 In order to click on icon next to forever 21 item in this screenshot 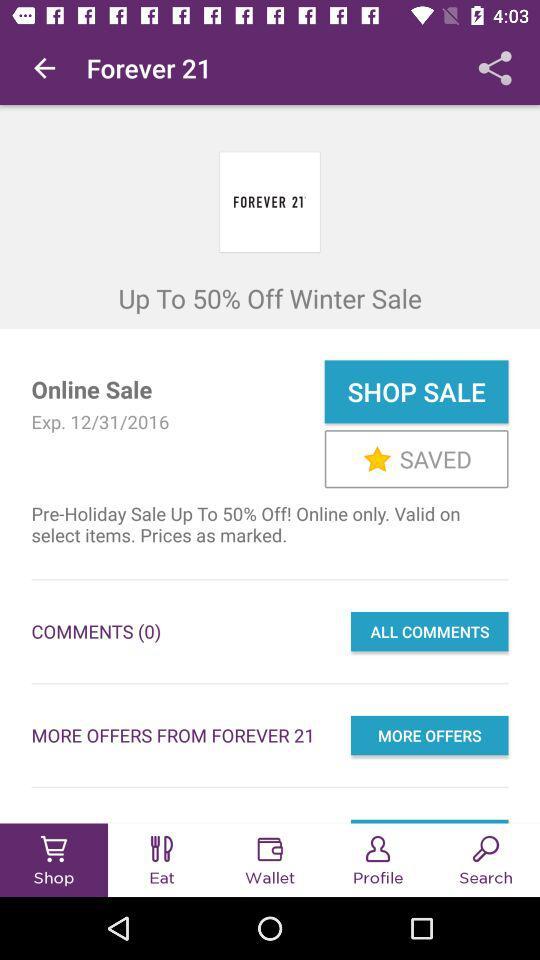, I will do `click(44, 68)`.